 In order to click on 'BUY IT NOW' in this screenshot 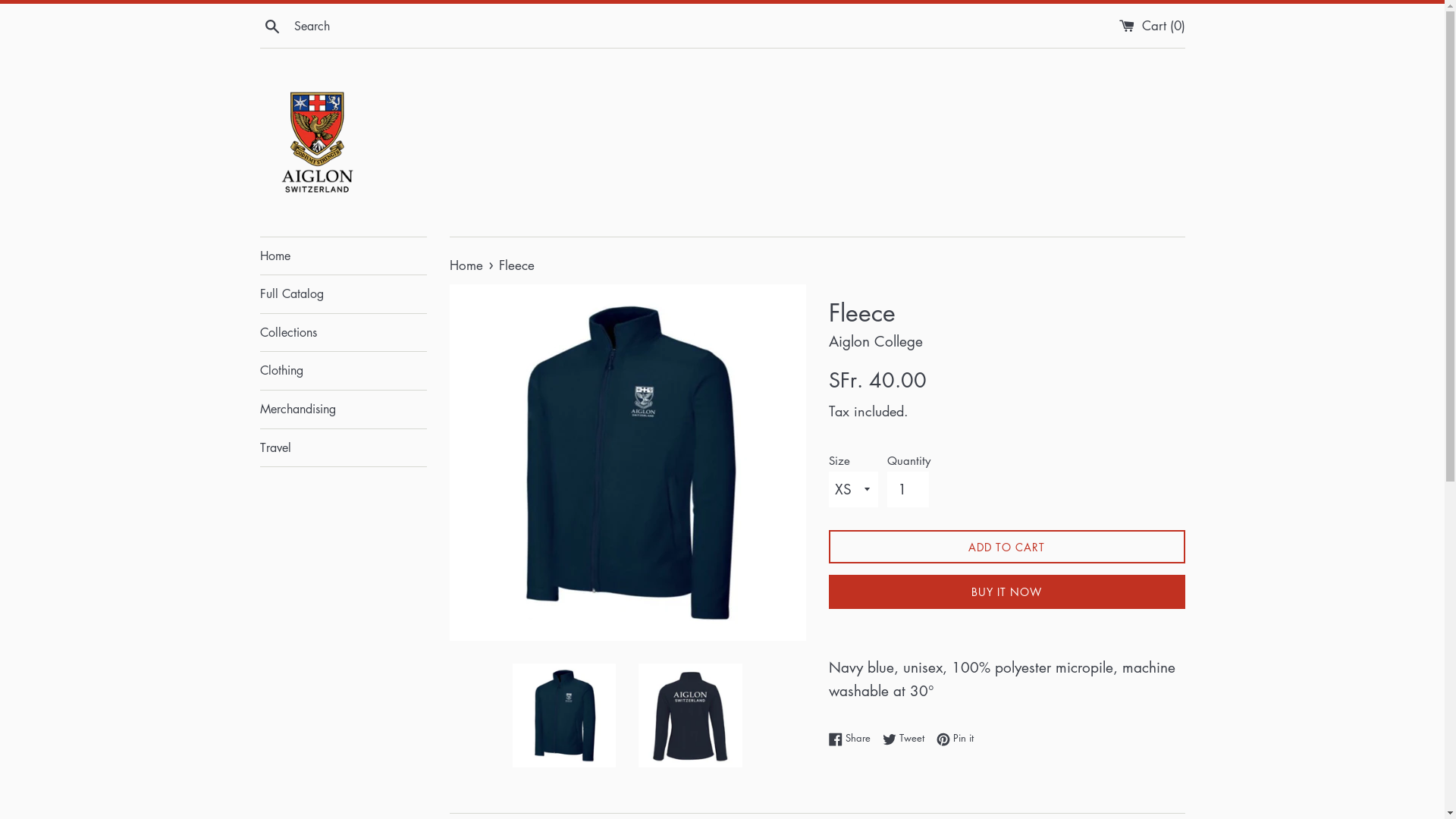, I will do `click(1006, 591)`.